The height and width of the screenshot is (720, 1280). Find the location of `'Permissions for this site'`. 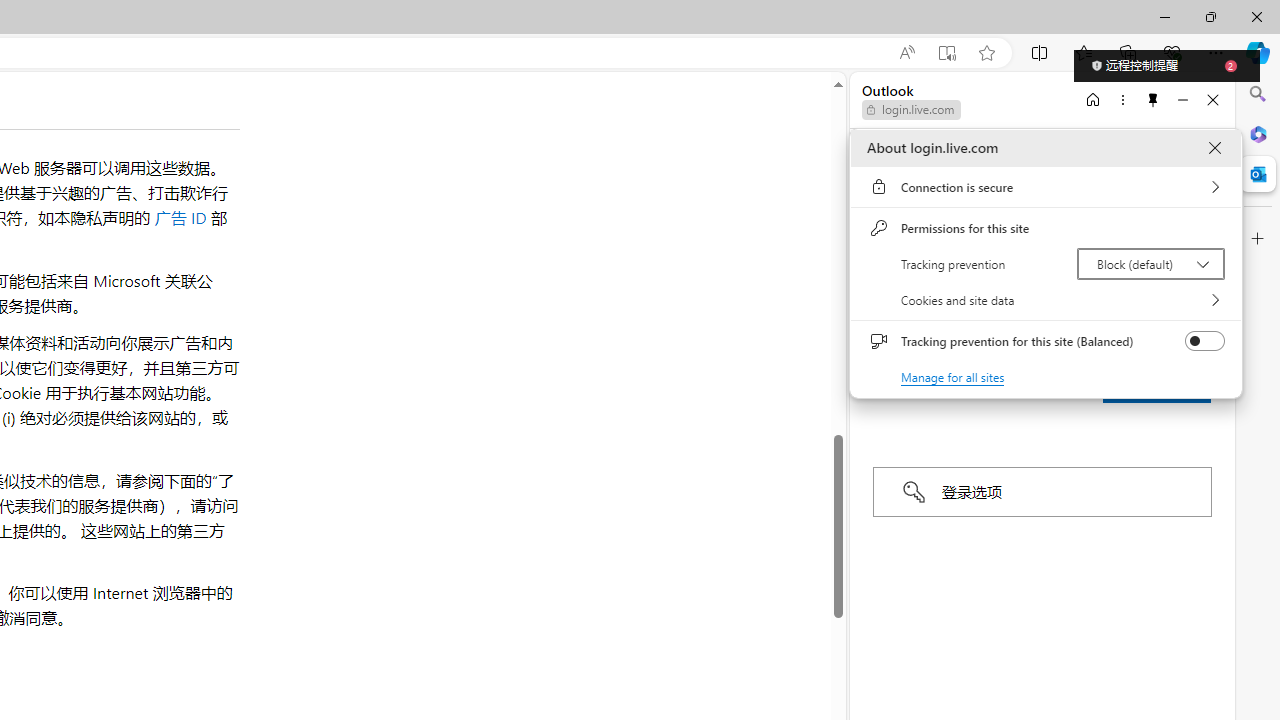

'Permissions for this site' is located at coordinates (1045, 227).